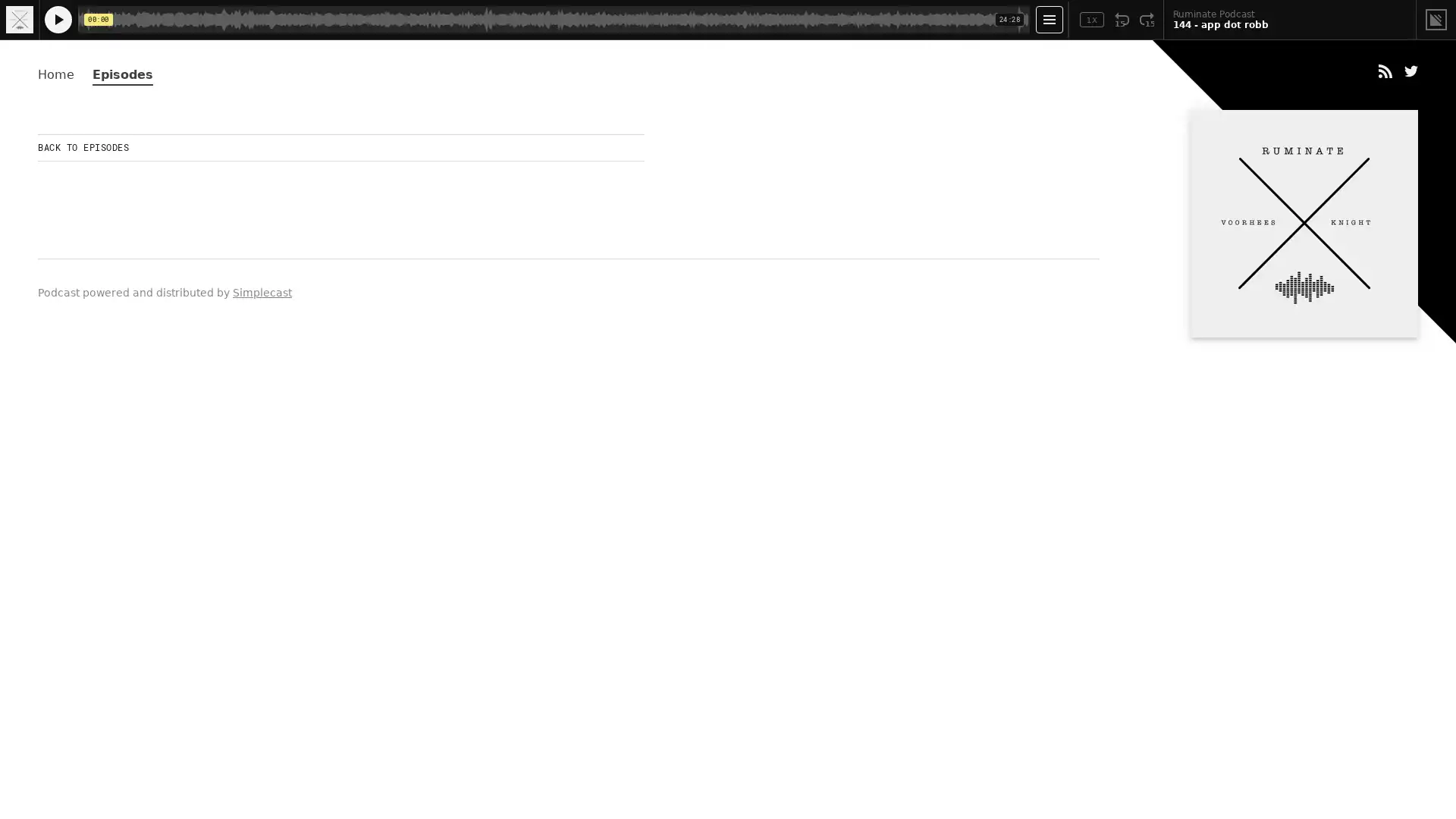 This screenshot has width=1456, height=819. What do you see at coordinates (1048, 20) in the screenshot?
I see `Open Player Settings` at bounding box center [1048, 20].